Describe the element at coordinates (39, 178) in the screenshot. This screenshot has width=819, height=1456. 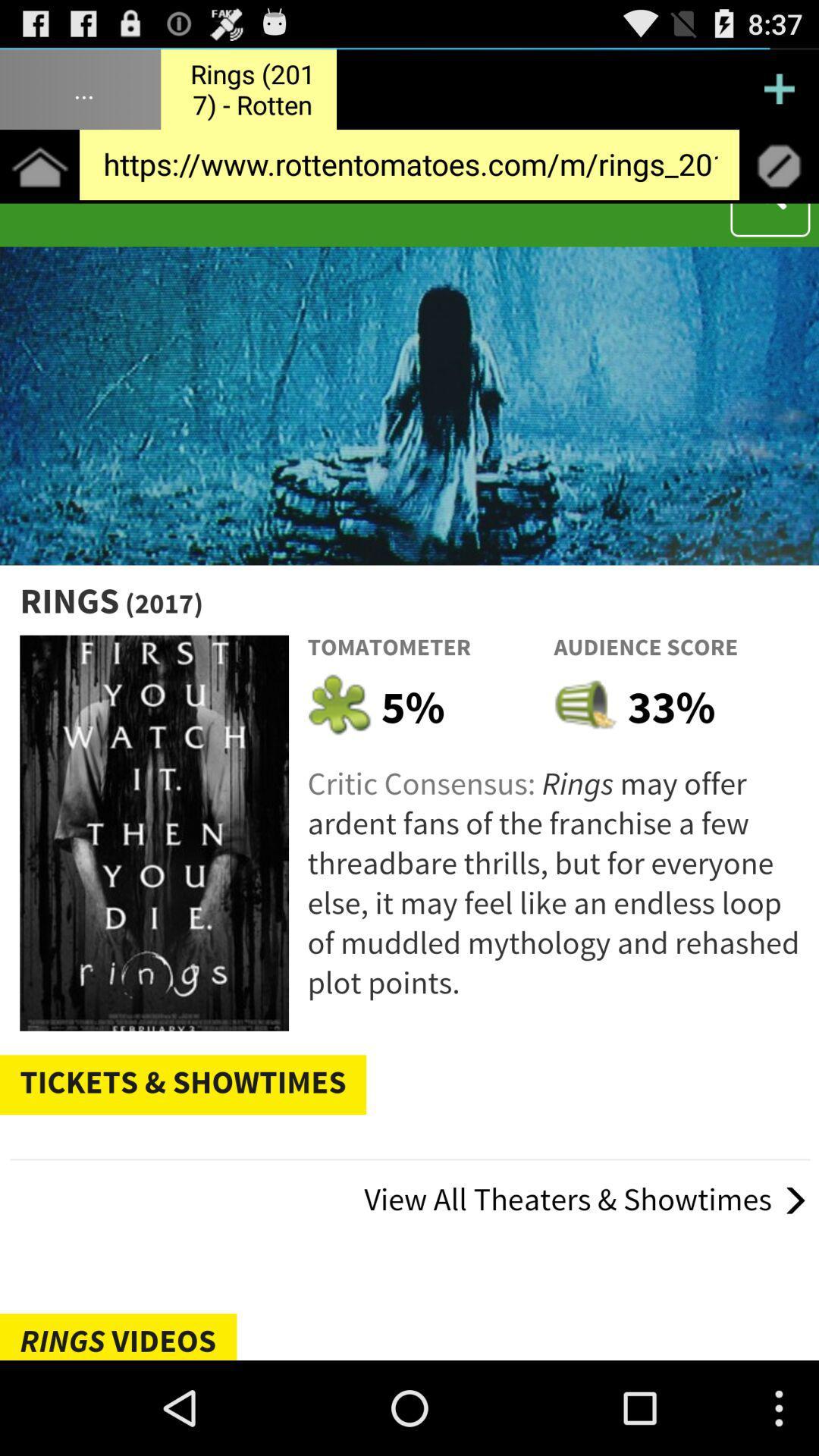
I see `the home icon` at that location.